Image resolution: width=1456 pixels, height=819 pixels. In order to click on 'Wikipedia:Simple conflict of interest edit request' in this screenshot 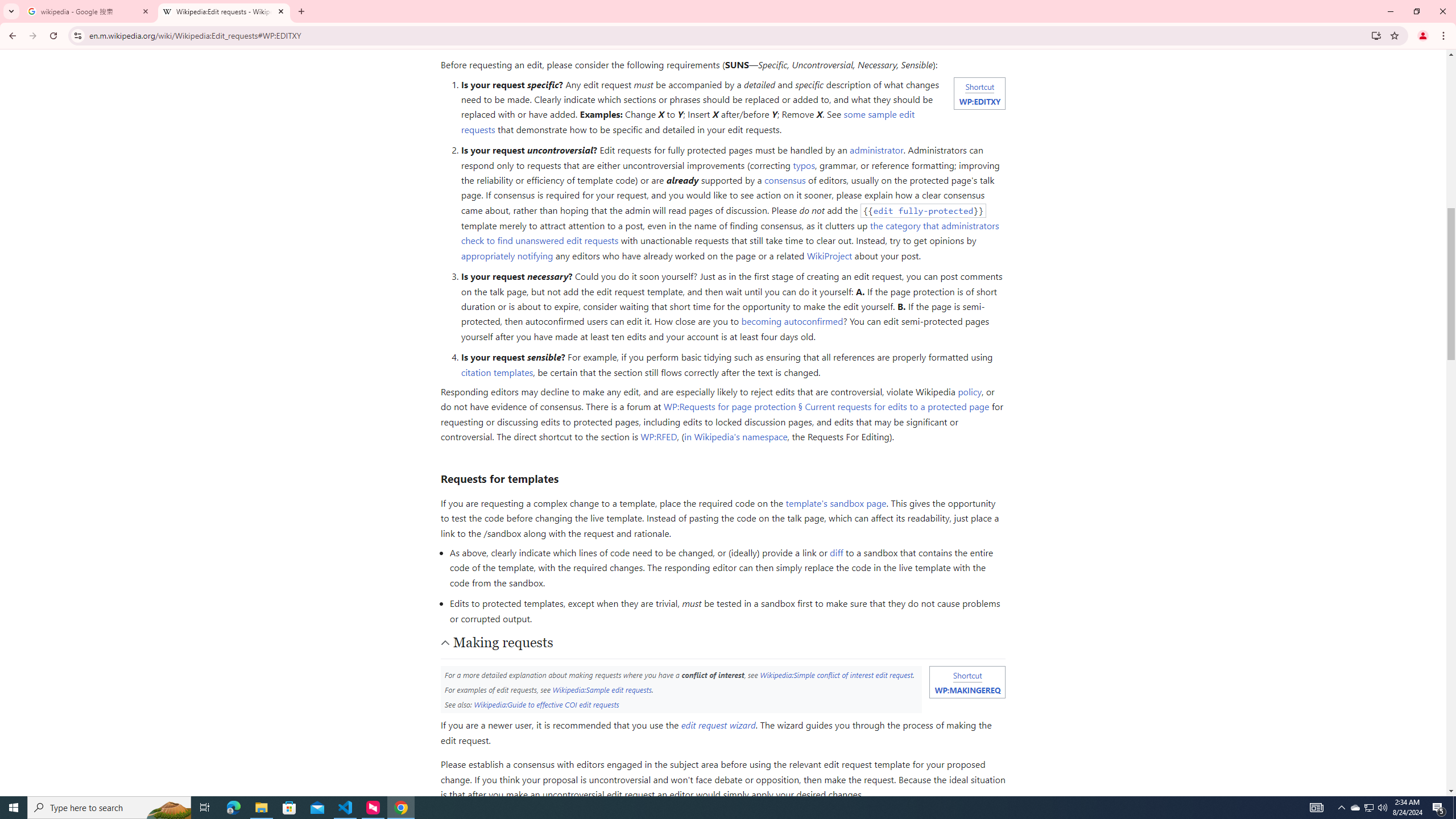, I will do `click(835, 675)`.